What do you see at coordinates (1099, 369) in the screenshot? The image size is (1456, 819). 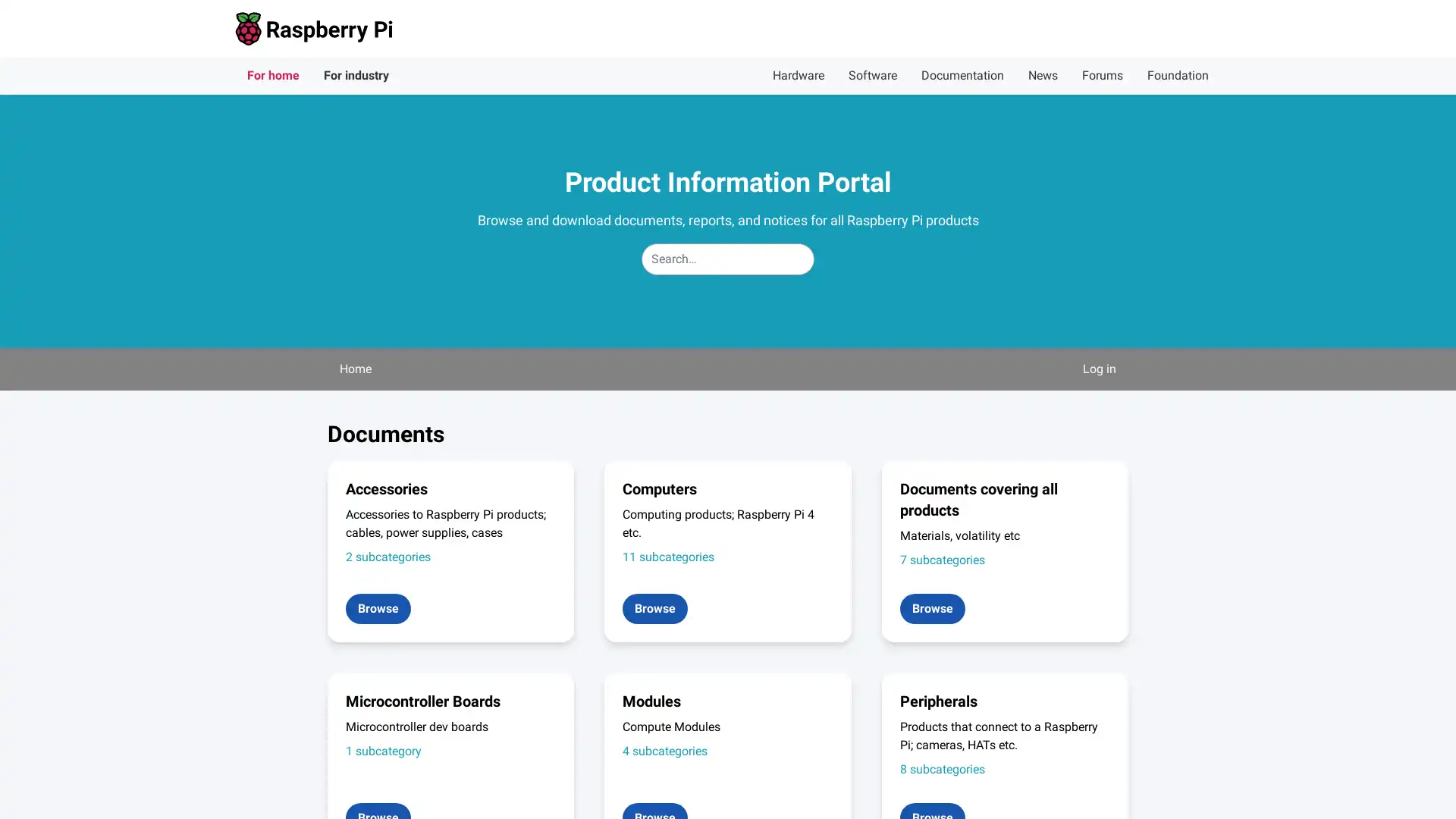 I see `Log in` at bounding box center [1099, 369].